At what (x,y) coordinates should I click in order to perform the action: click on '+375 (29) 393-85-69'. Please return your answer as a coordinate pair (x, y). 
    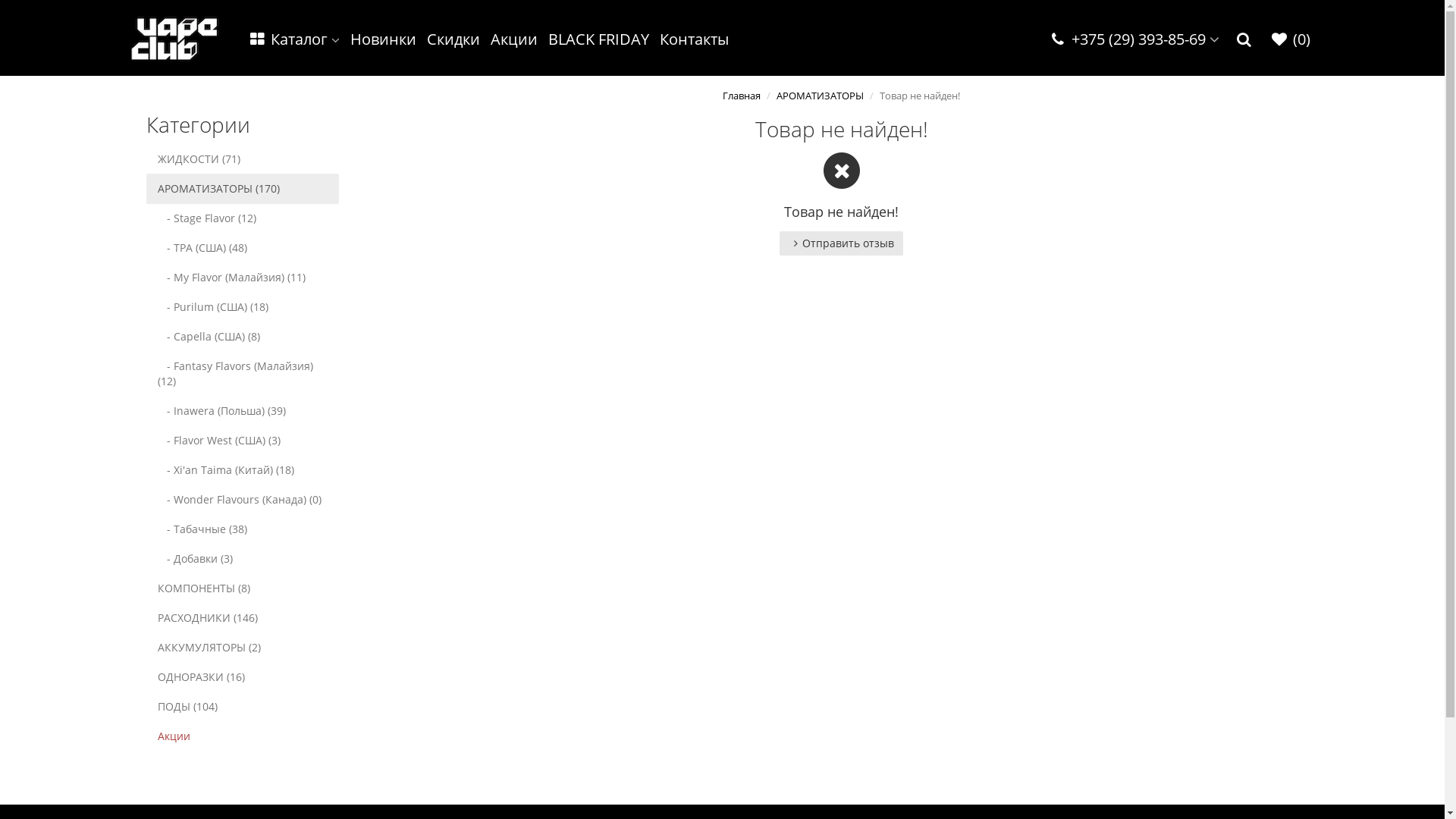
    Looking at the image, I should click on (1040, 39).